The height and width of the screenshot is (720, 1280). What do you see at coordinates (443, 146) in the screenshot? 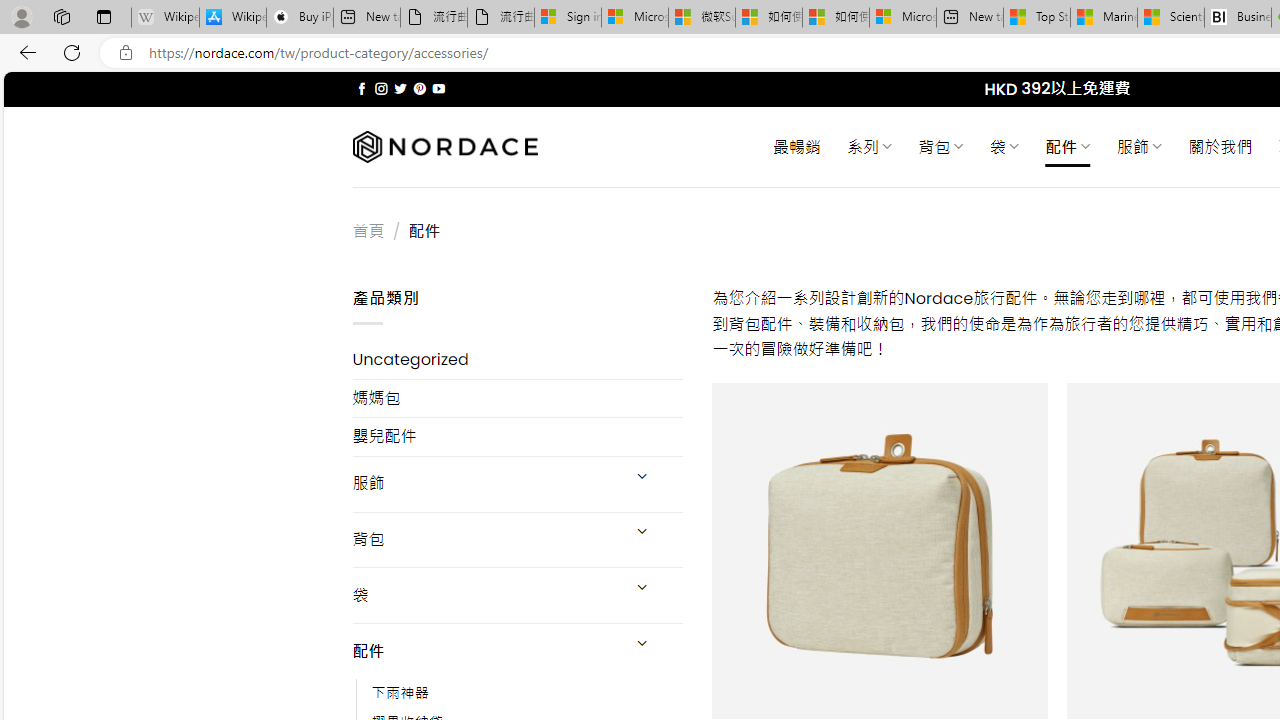
I see `'Nordace'` at bounding box center [443, 146].